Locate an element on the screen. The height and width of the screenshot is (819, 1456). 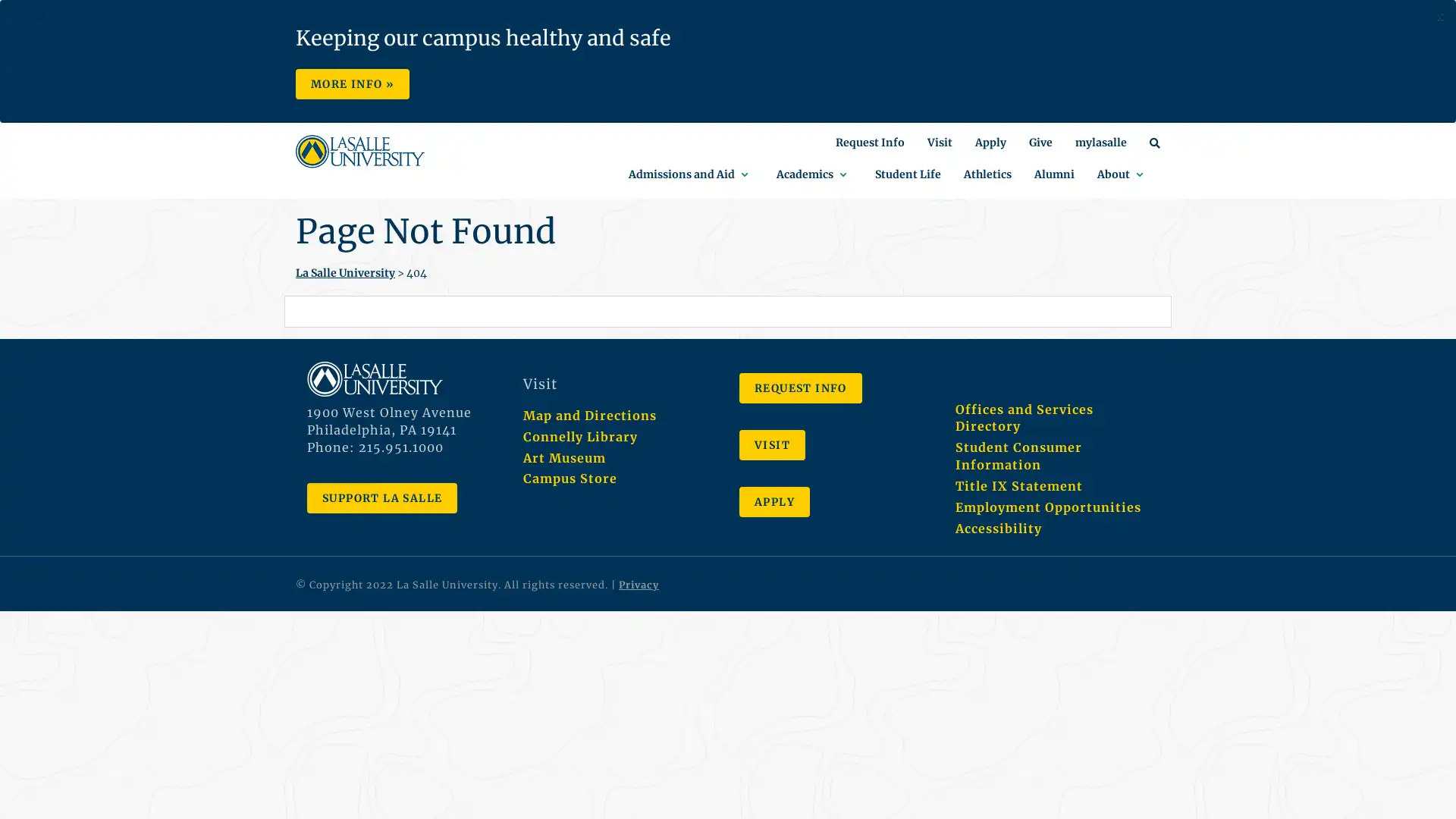
REQUEST INFO is located at coordinates (799, 388).